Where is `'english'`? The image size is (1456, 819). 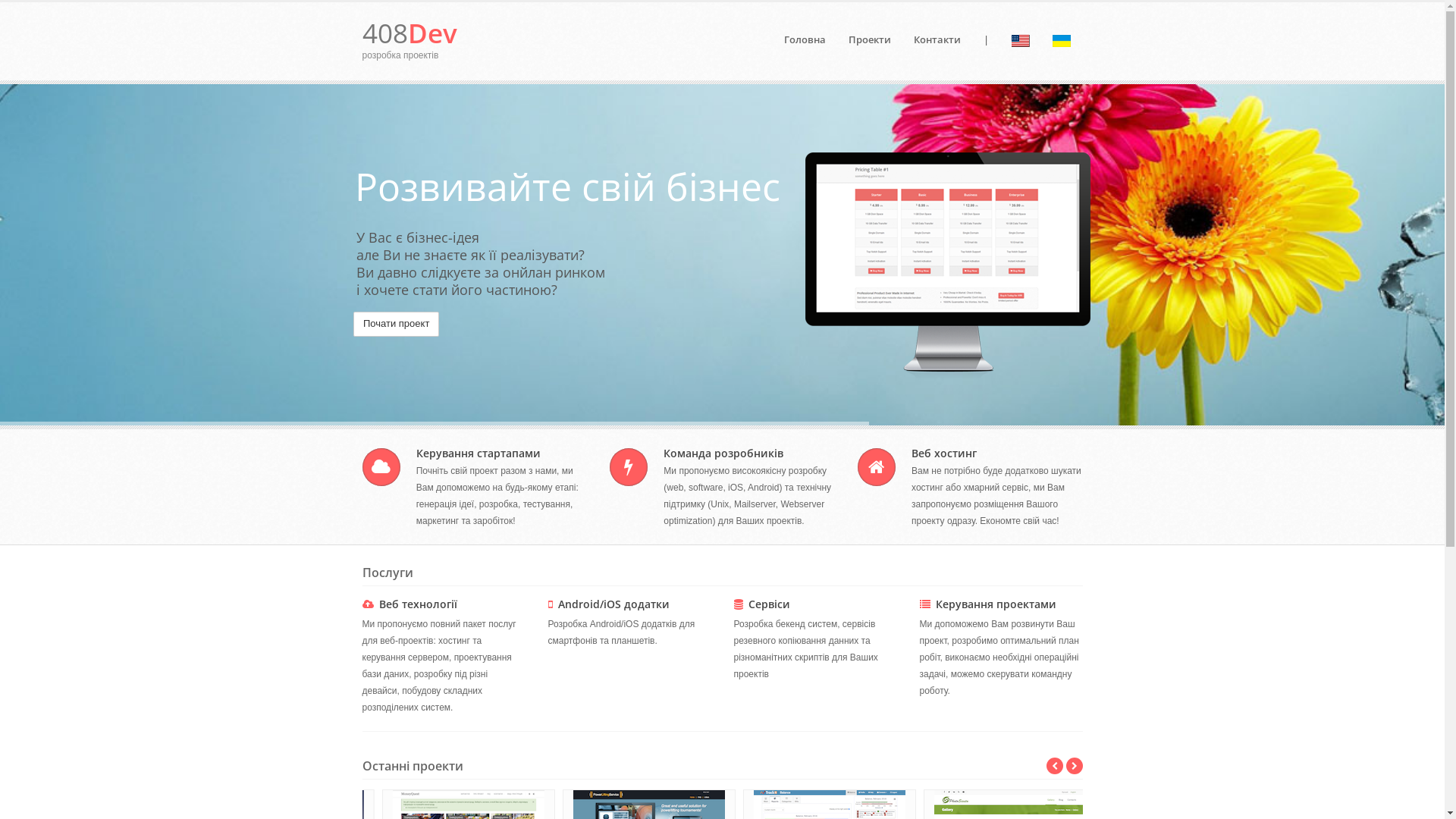
'english' is located at coordinates (1020, 40).